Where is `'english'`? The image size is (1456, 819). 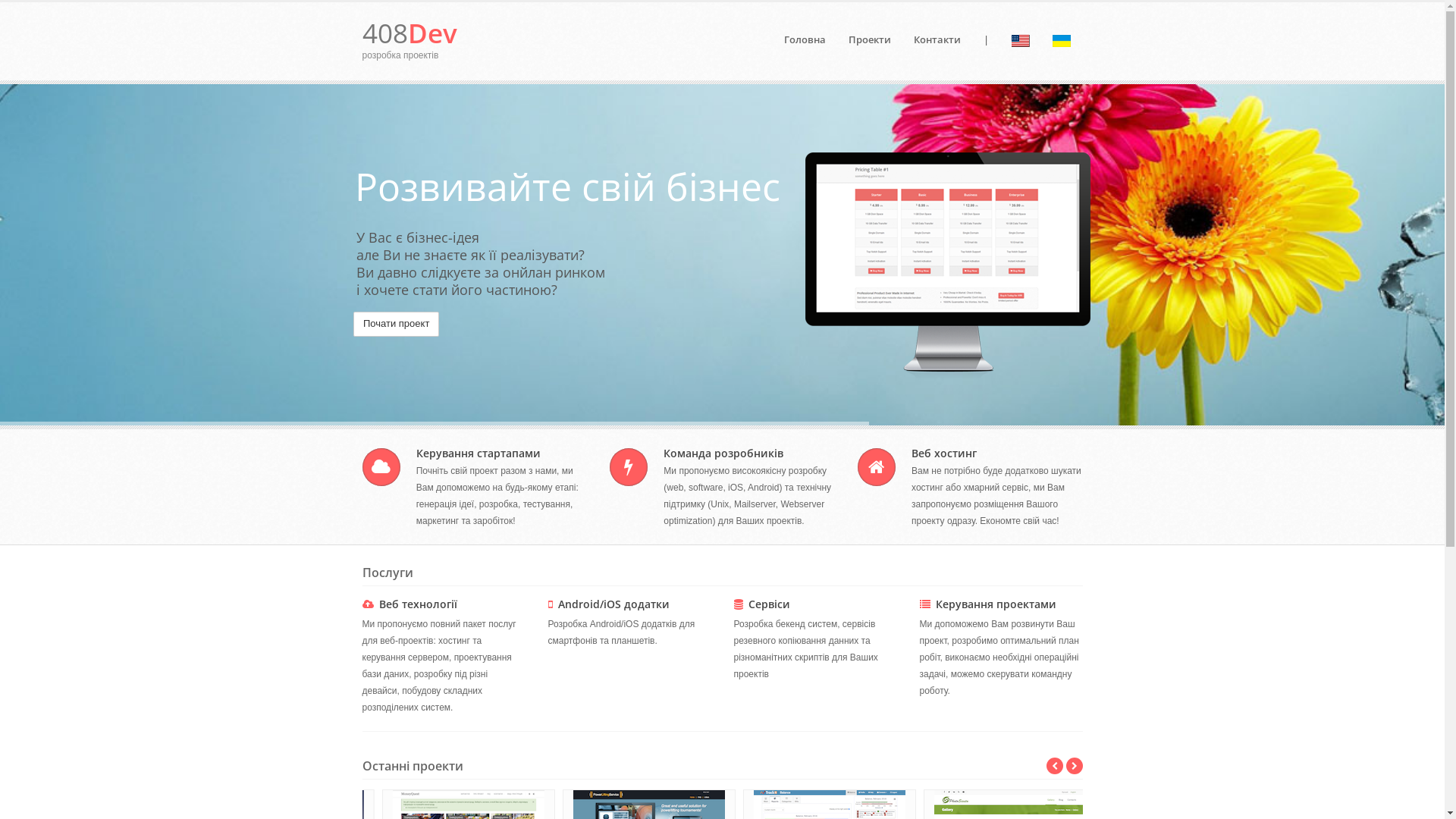
'english' is located at coordinates (1020, 40).